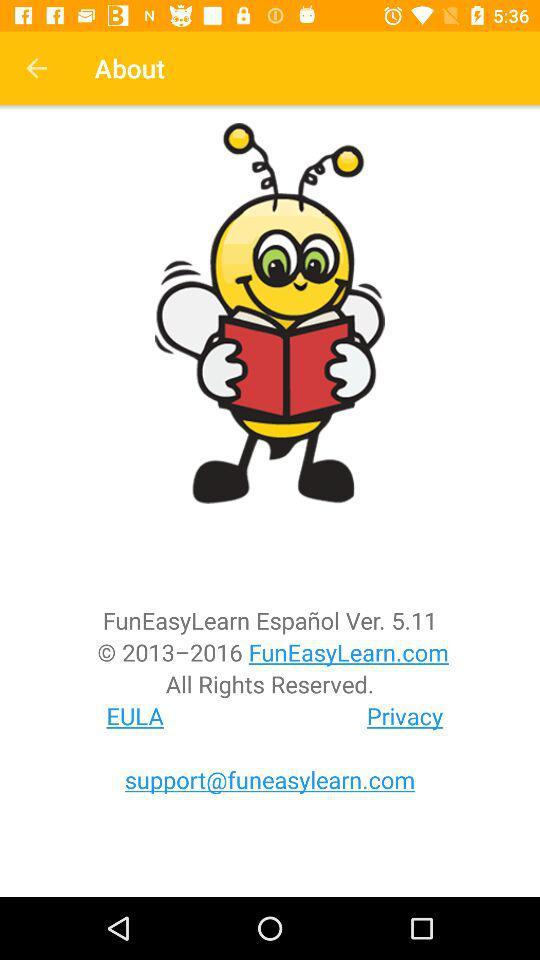  I want to click on icon to the right of eula, so click(405, 716).